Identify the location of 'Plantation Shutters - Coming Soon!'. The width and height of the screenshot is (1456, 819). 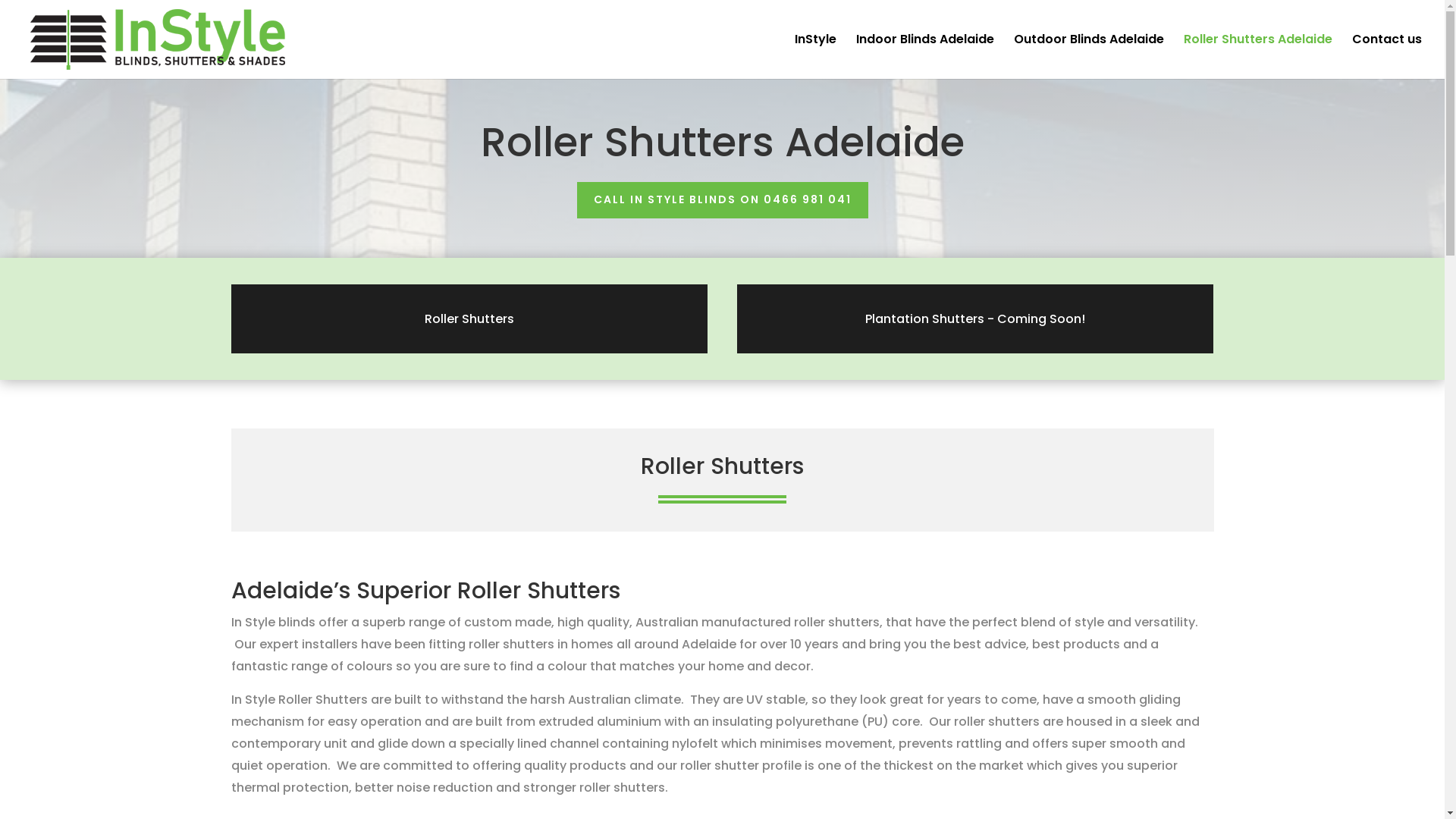
(855, 318).